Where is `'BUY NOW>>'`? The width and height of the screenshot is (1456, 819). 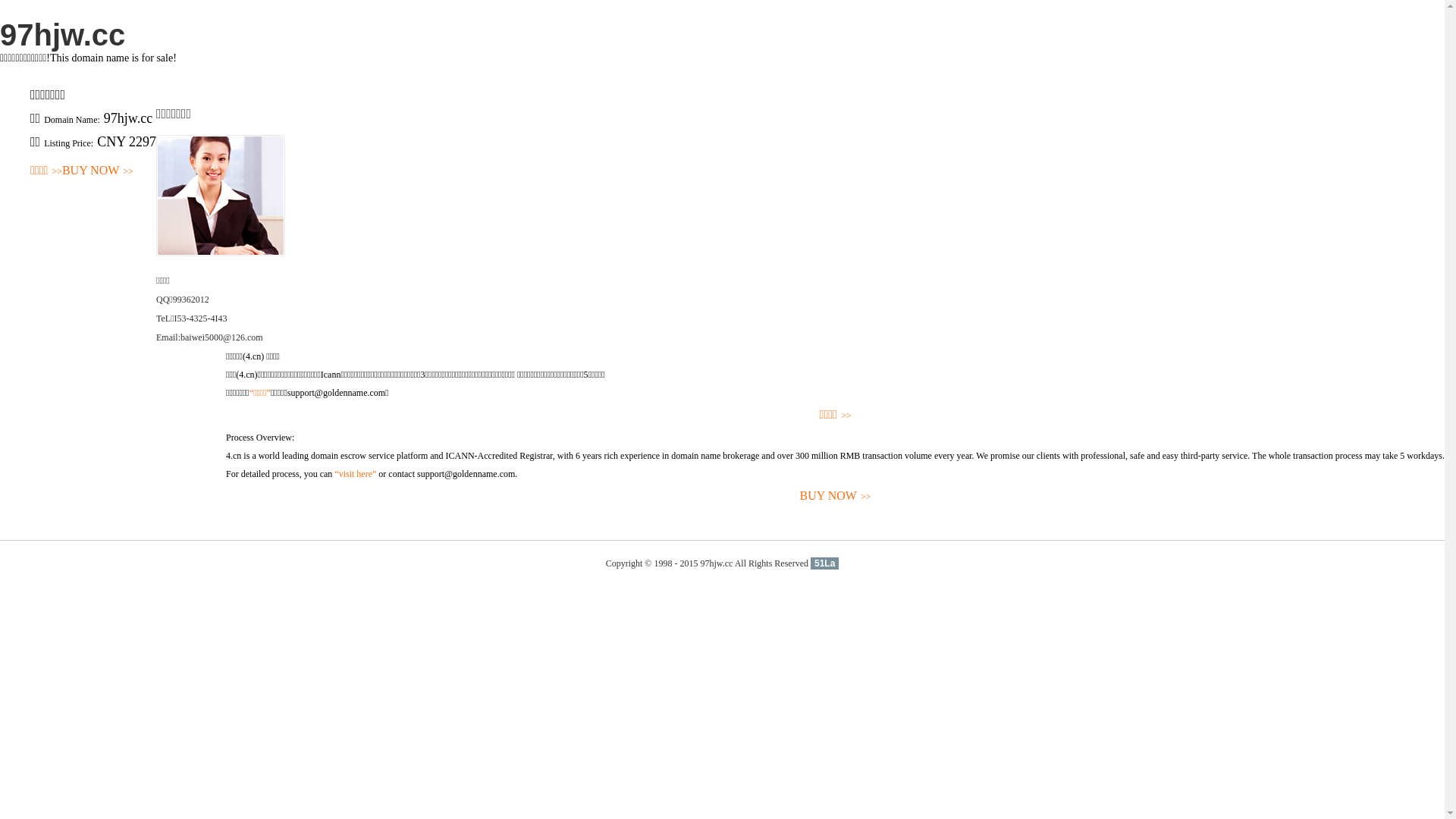
'BUY NOW>>' is located at coordinates (97, 171).